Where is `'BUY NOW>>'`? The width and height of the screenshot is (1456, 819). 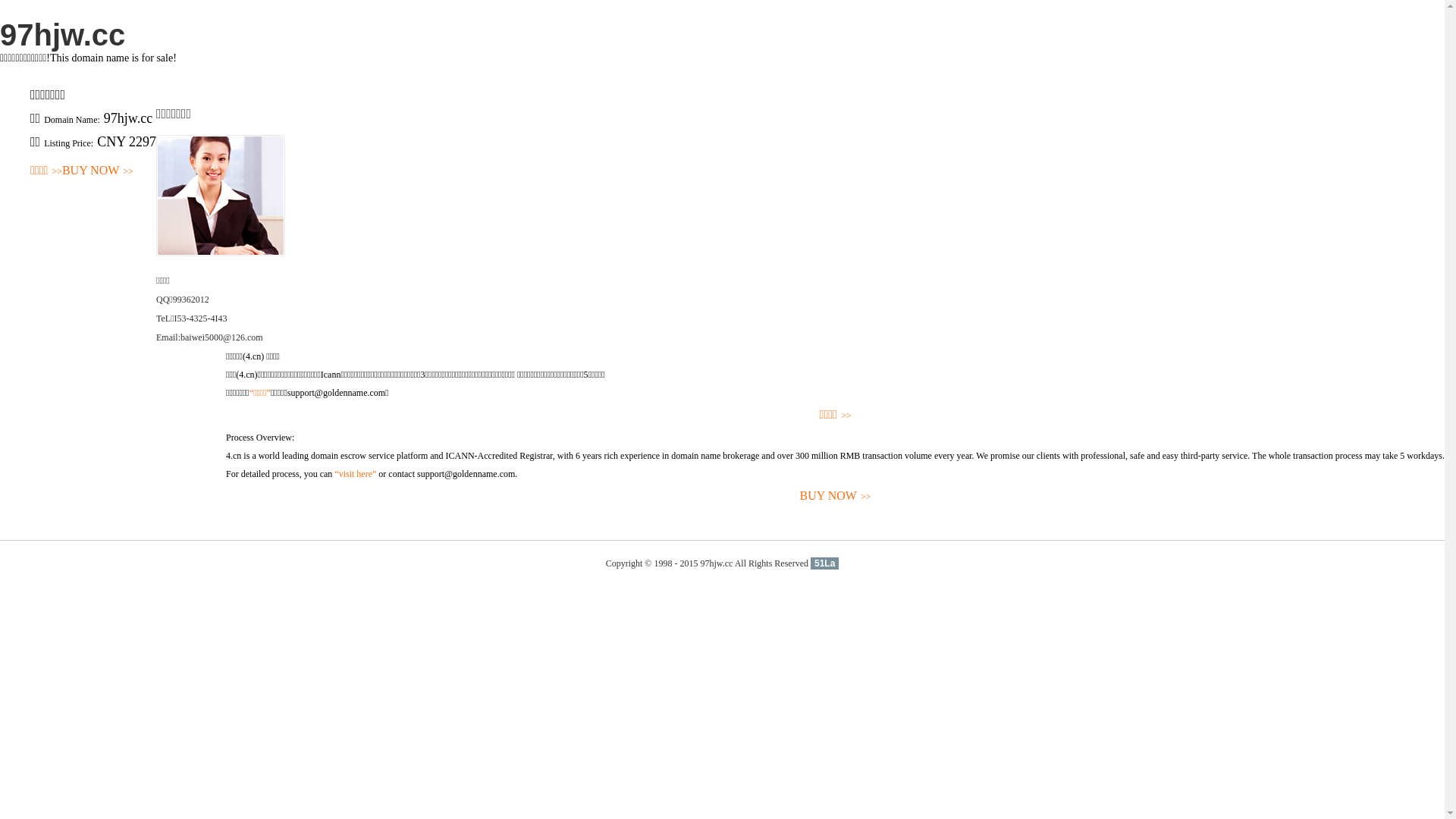
'BUY NOW>>' is located at coordinates (97, 171).